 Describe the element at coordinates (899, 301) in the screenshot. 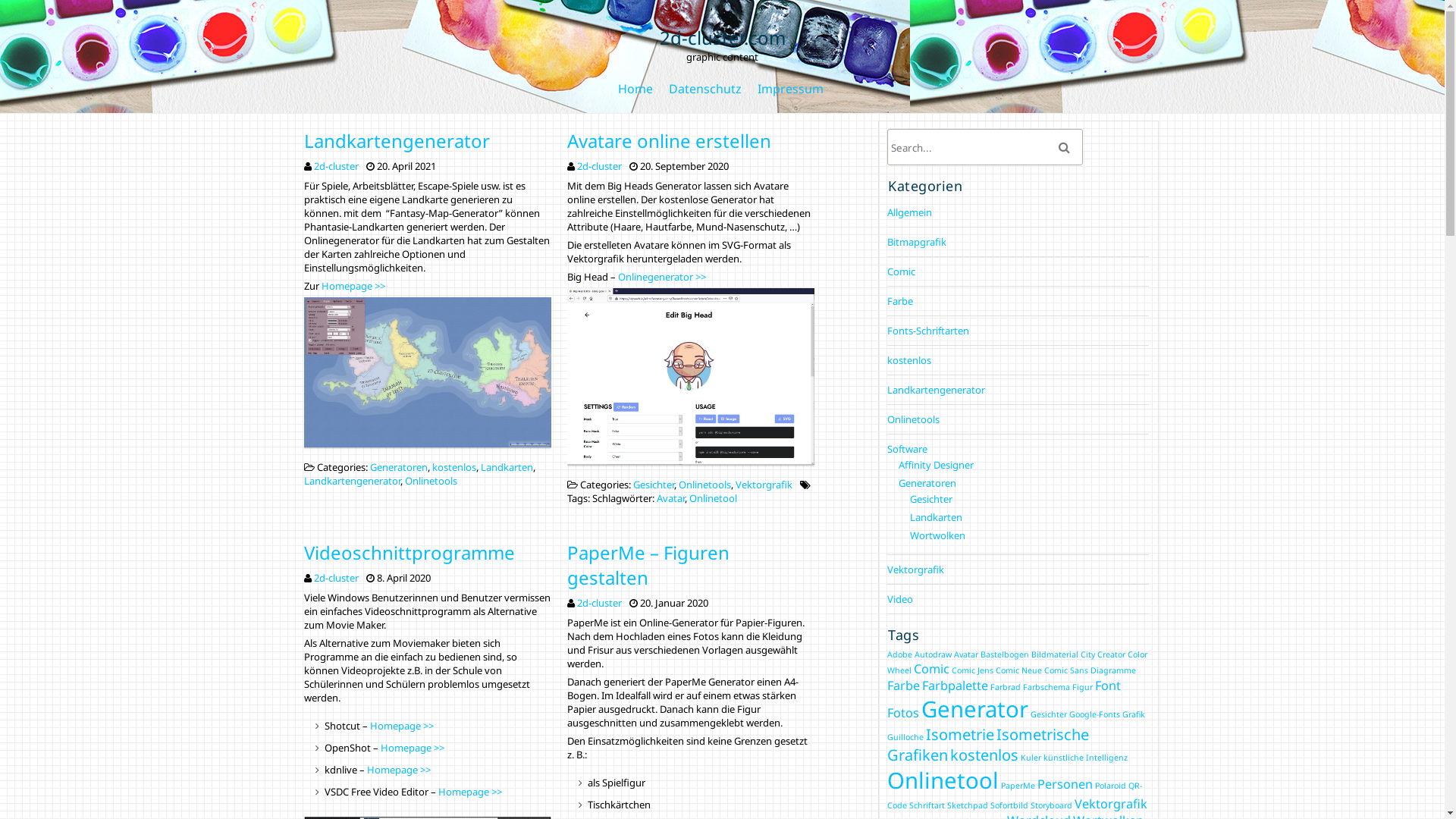

I see `'Farbe'` at that location.